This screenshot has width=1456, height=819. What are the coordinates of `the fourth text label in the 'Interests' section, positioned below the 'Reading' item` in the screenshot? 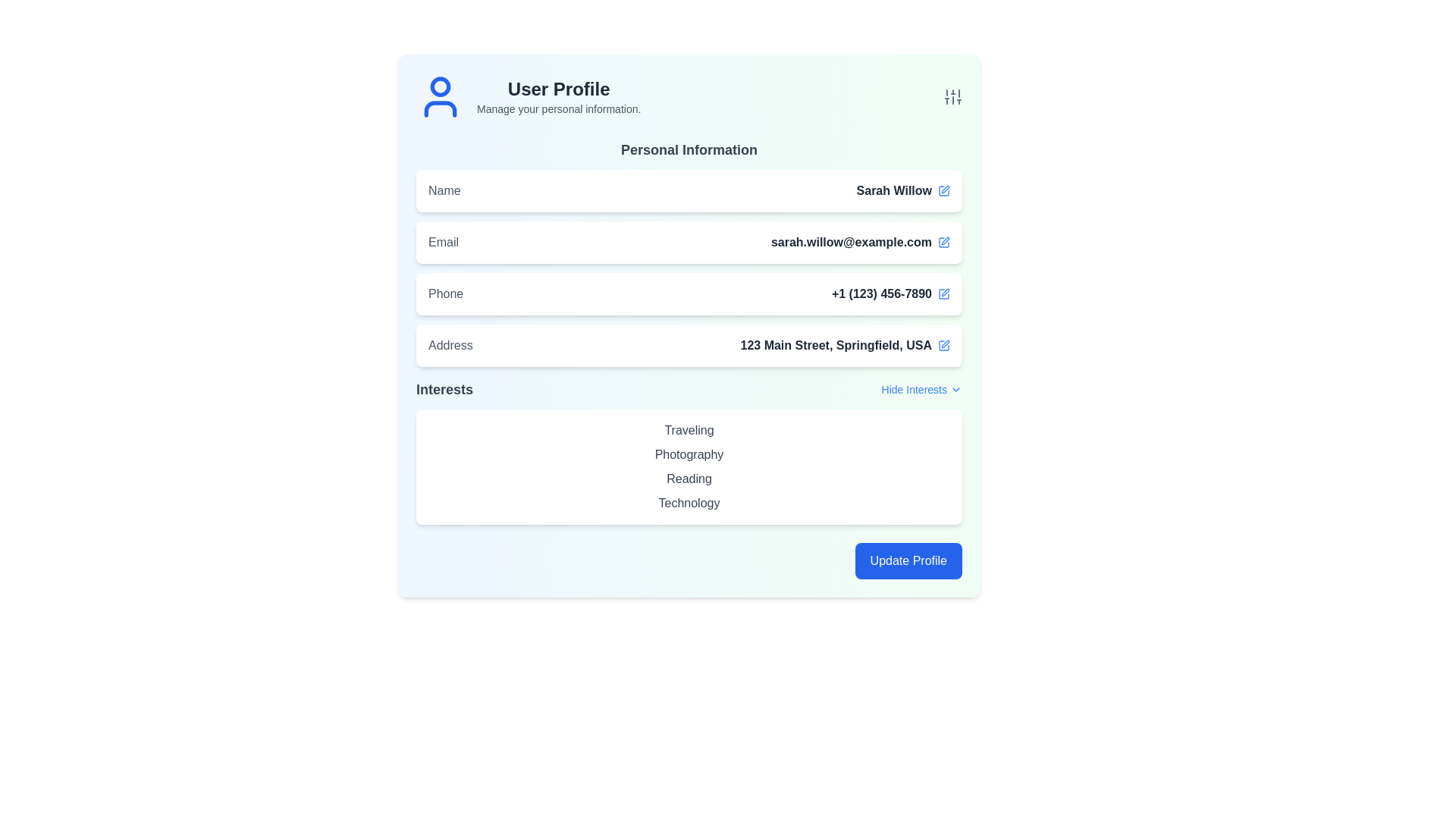 It's located at (688, 503).